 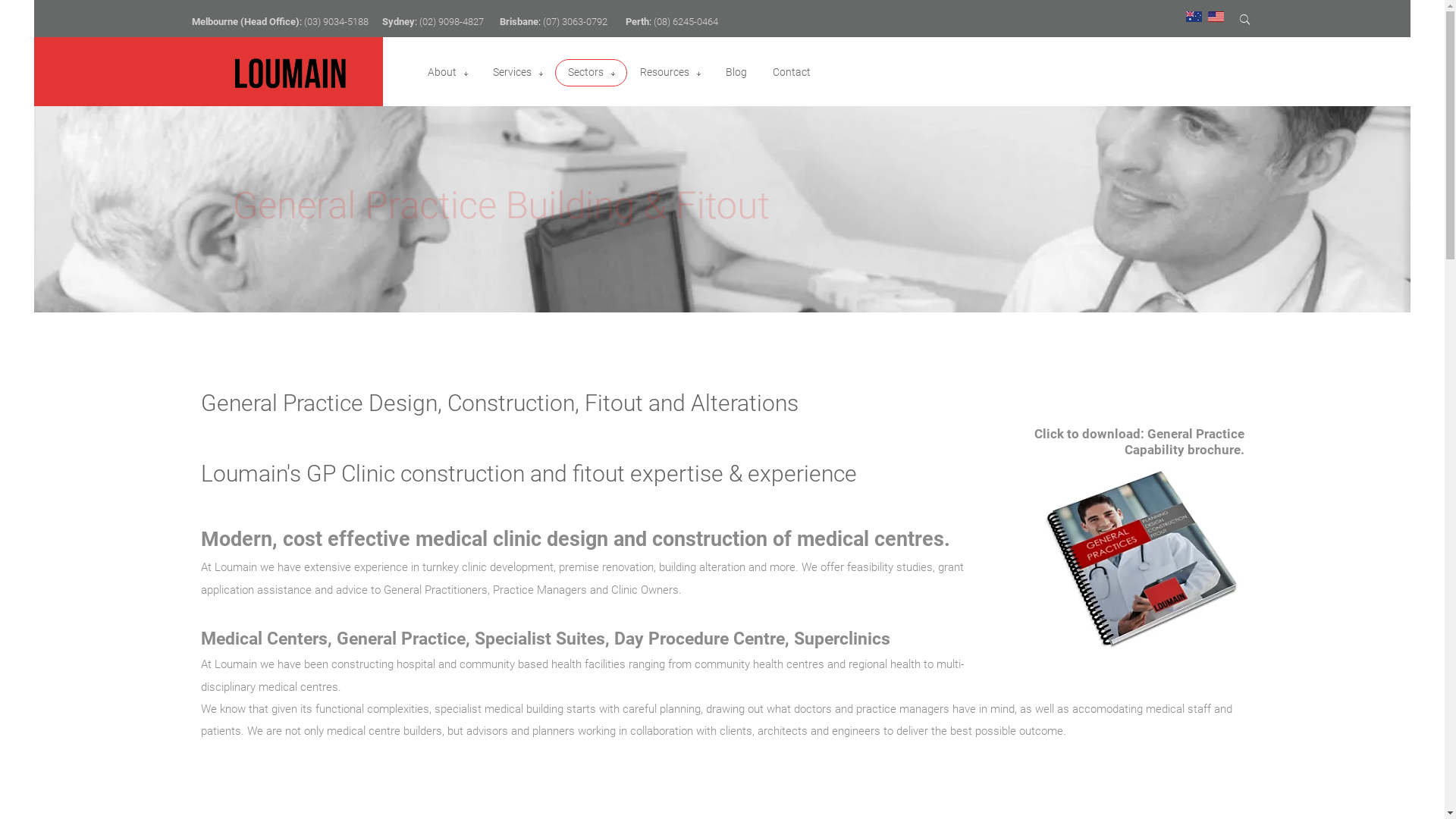 What do you see at coordinates (574, 21) in the screenshot?
I see `'(07) 3063-0792'` at bounding box center [574, 21].